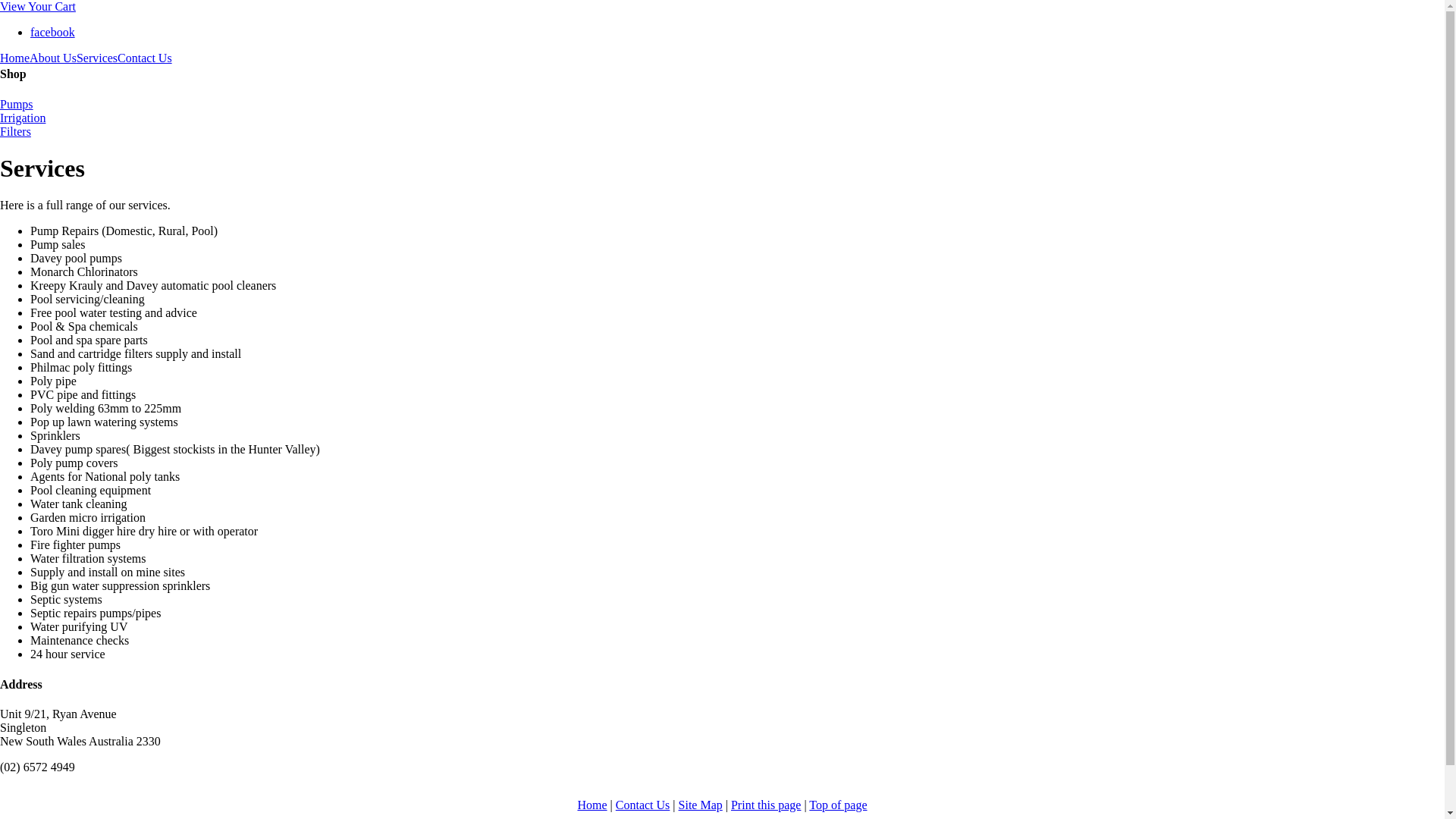 This screenshot has width=1456, height=819. Describe the element at coordinates (0, 58) in the screenshot. I see `'Home'` at that location.